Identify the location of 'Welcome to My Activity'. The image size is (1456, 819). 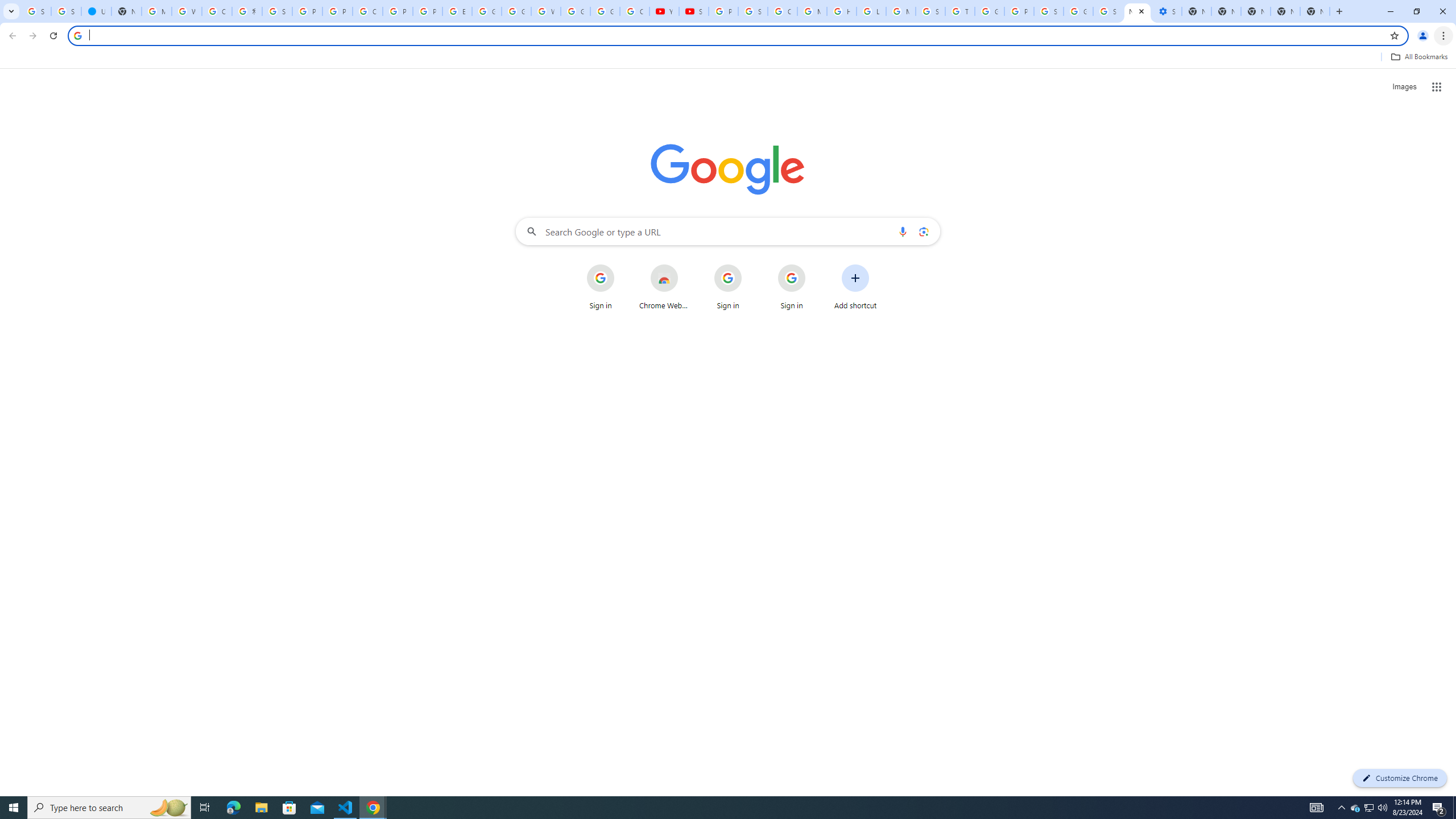
(545, 11).